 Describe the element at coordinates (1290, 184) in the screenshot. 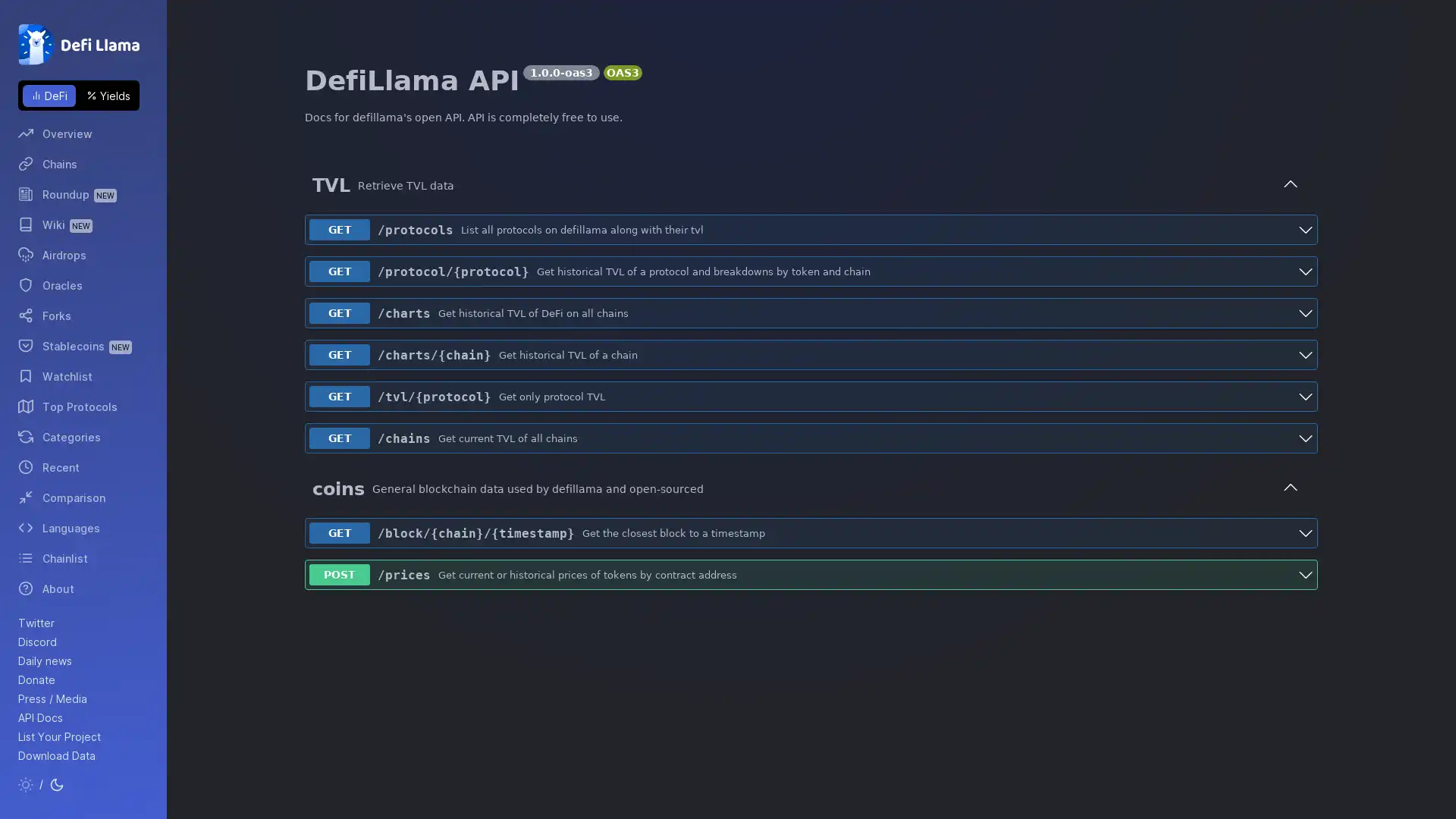

I see `Collapse operation` at that location.